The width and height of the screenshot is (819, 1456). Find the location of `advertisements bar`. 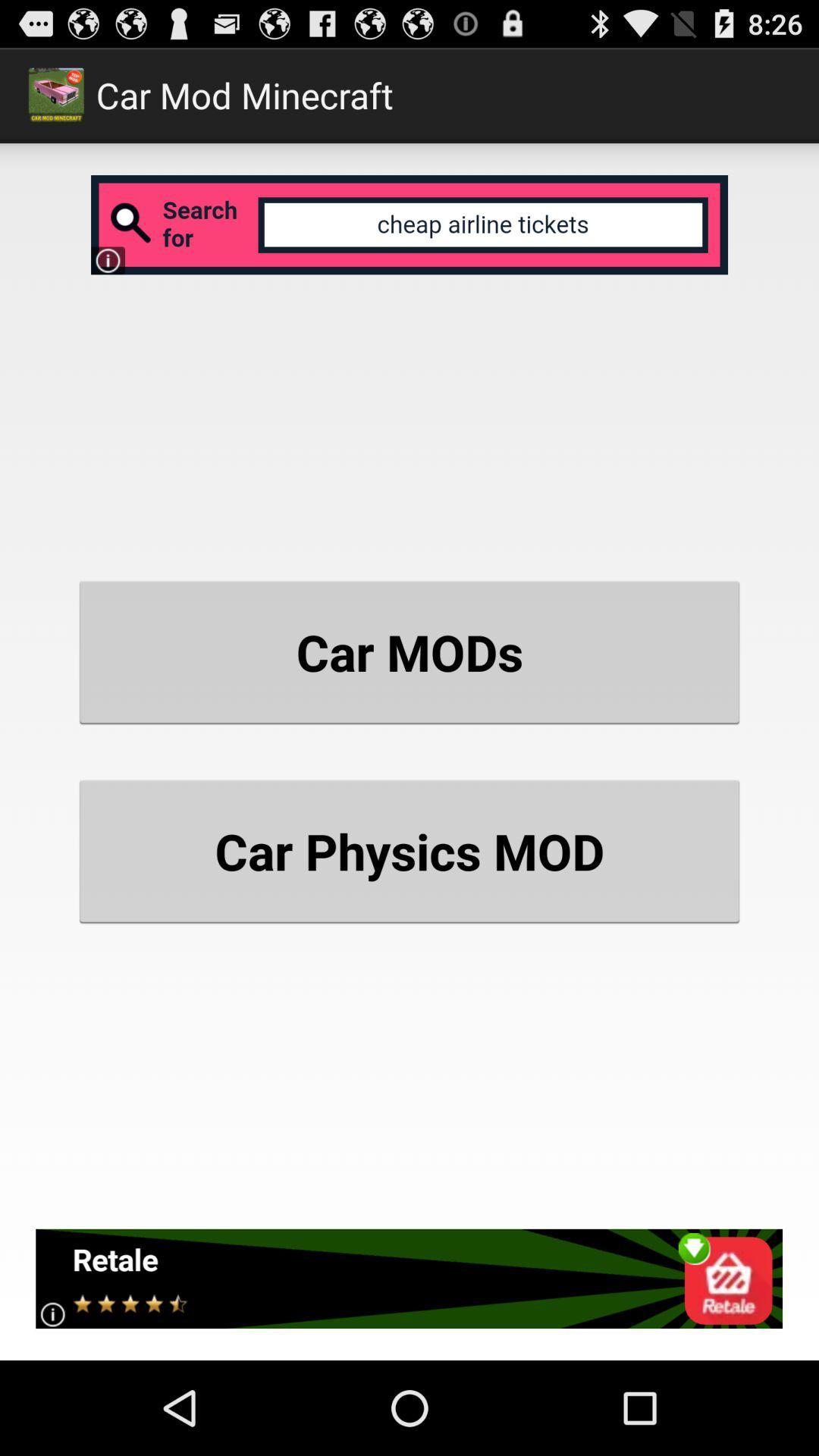

advertisements bar is located at coordinates (408, 1278).